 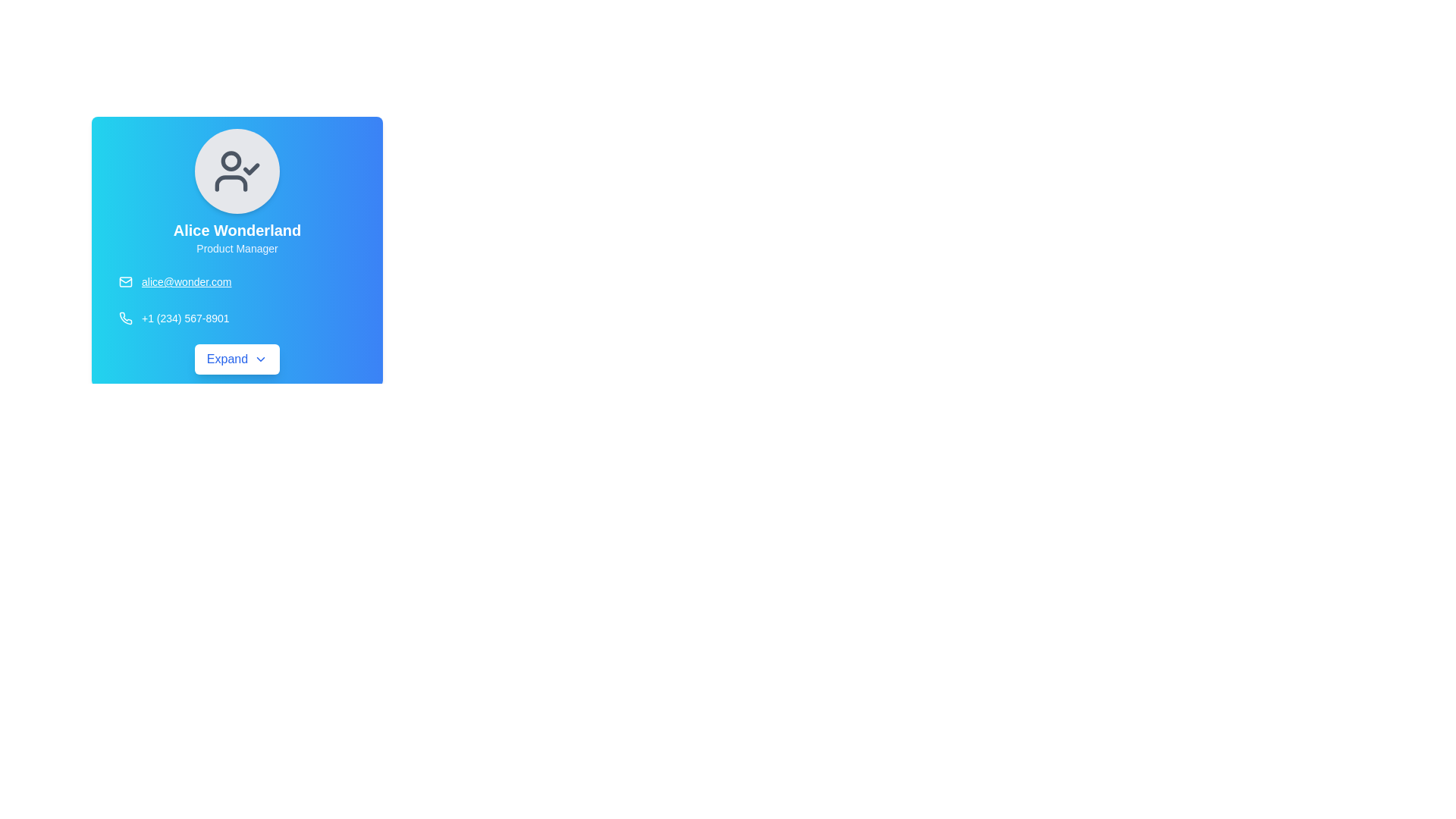 What do you see at coordinates (186, 281) in the screenshot?
I see `the email hyperlink located to the right of the mail icon and above the phone number` at bounding box center [186, 281].